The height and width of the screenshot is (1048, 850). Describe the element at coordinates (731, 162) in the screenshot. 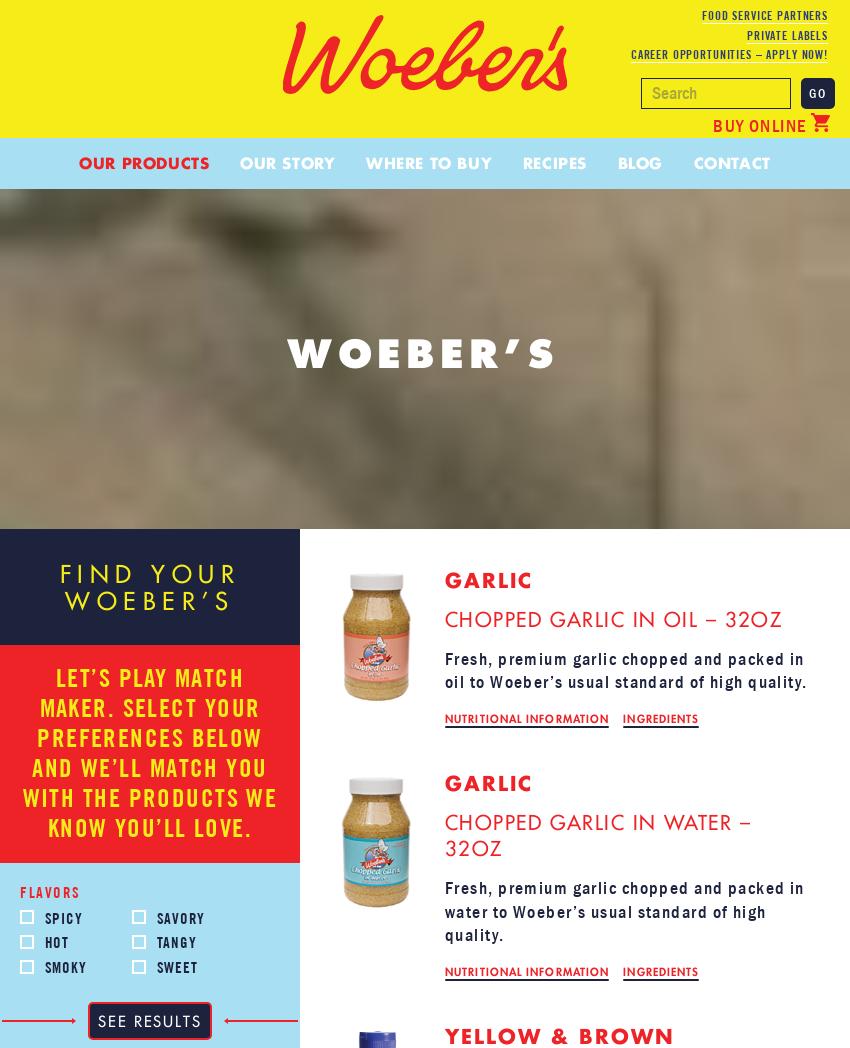

I see `'Contact'` at that location.